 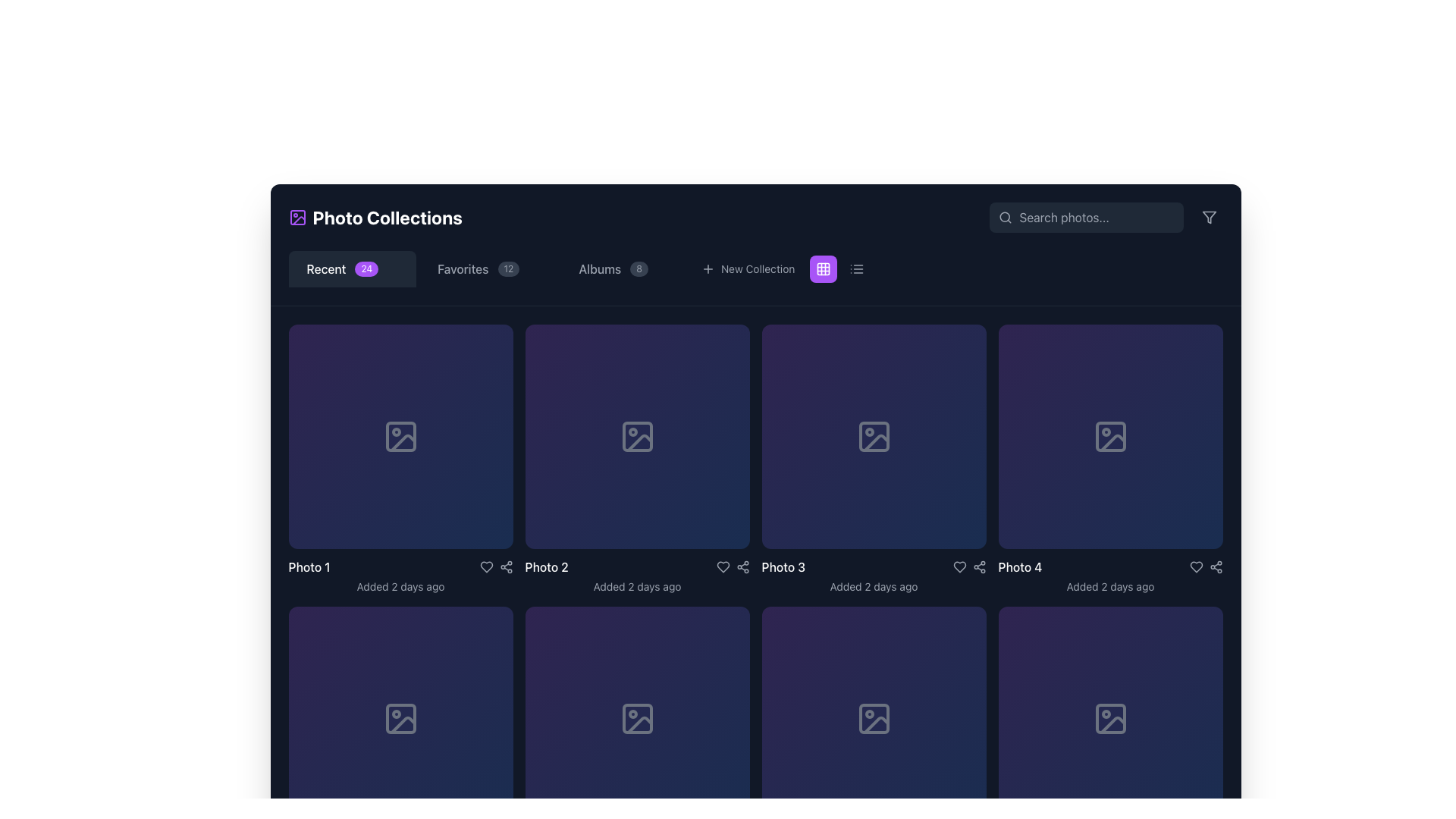 I want to click on the favorite button in the 'Photo 2' card to observe the color change indicating the filled/unfilled state, so click(x=486, y=567).